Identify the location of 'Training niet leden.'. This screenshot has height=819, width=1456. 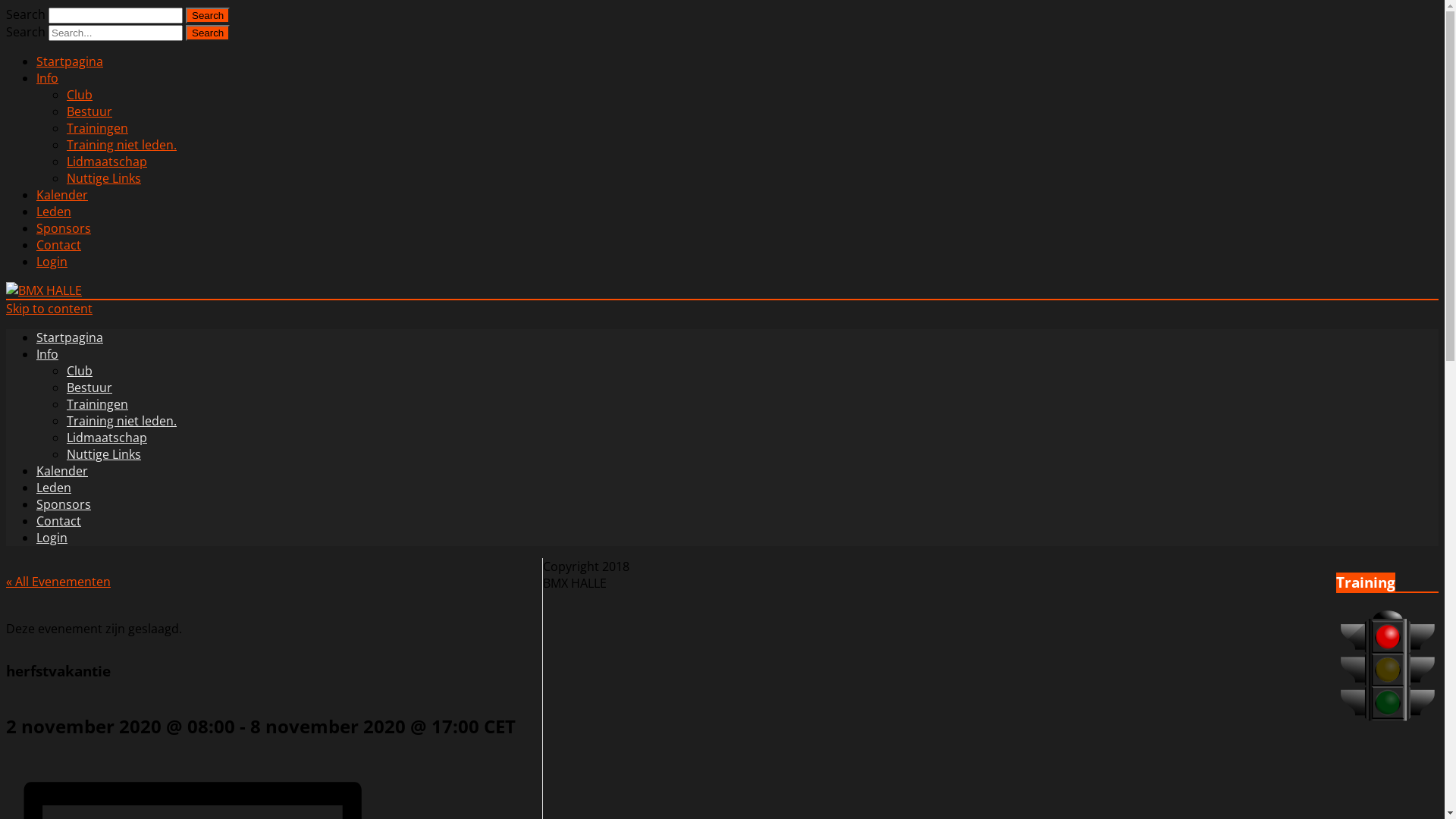
(65, 421).